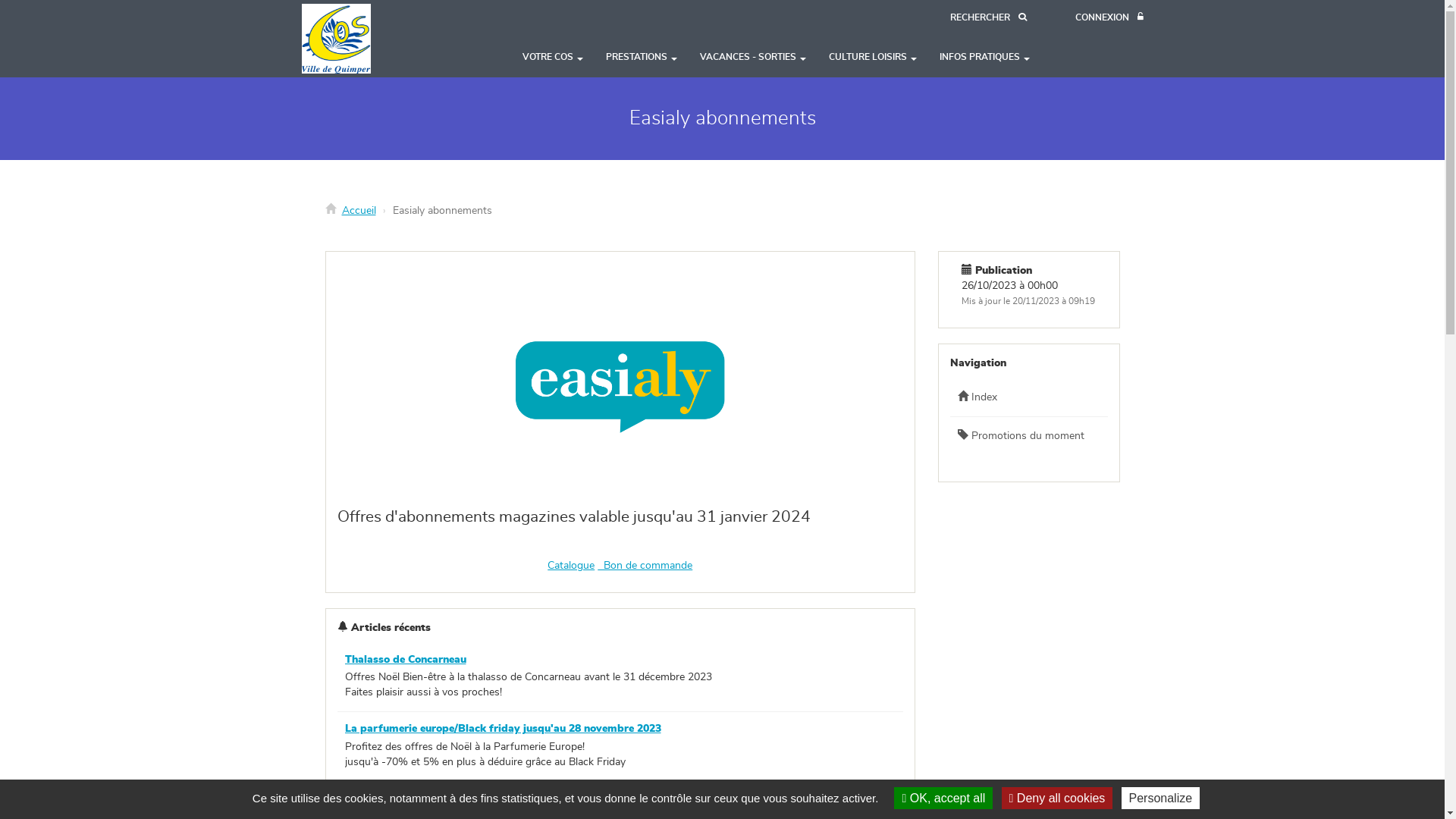 The width and height of the screenshot is (1456, 819). Describe the element at coordinates (570, 565) in the screenshot. I see `'Catalogue'` at that location.